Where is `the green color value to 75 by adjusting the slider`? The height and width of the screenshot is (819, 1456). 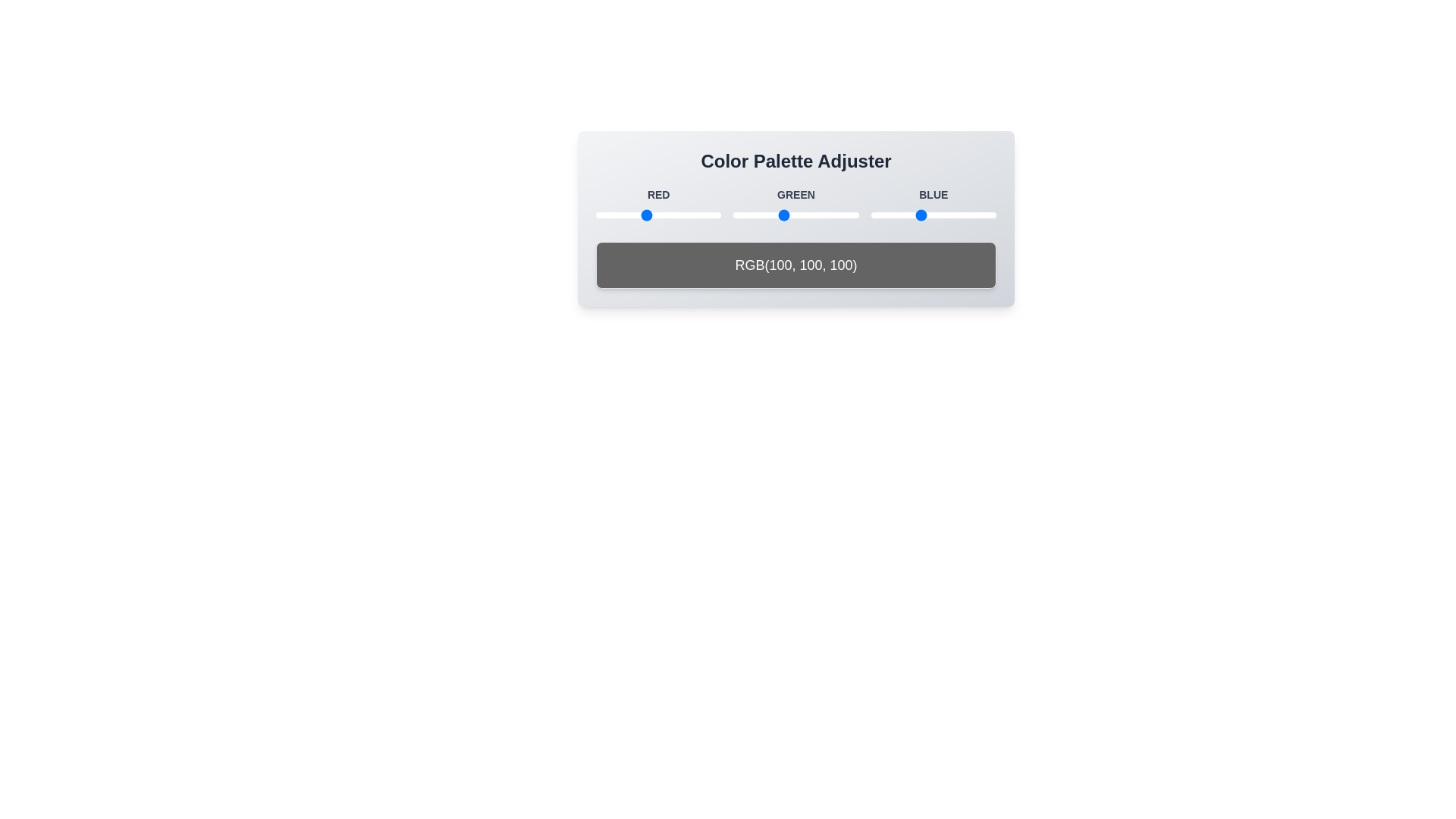
the green color value to 75 by adjusting the slider is located at coordinates (770, 215).